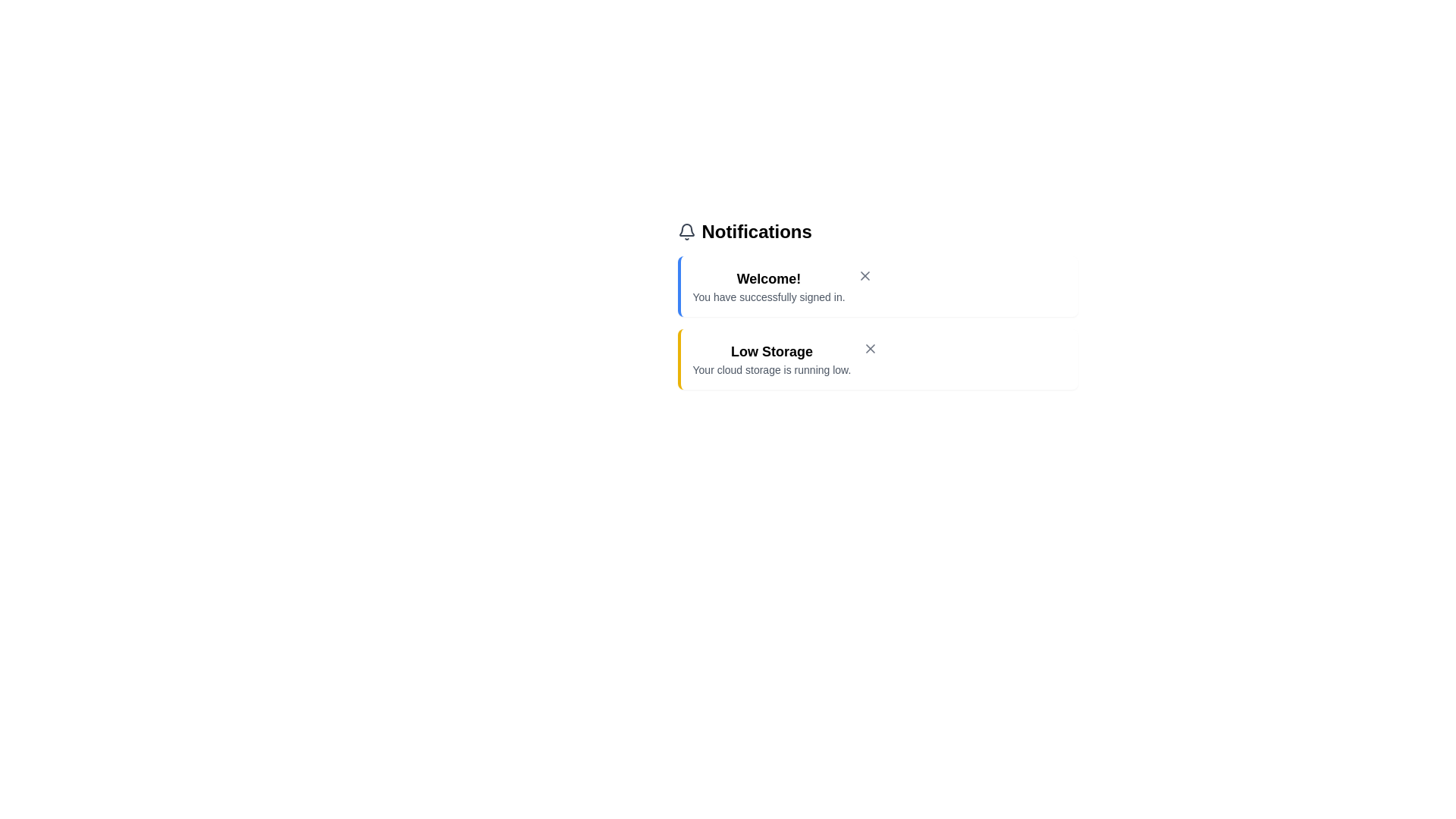  What do you see at coordinates (771, 370) in the screenshot?
I see `the text label that reads 'Your cloud storage is running low.', which is styled in a smaller, light gray font and is positioned directly below the bold title 'Low Storage'` at bounding box center [771, 370].